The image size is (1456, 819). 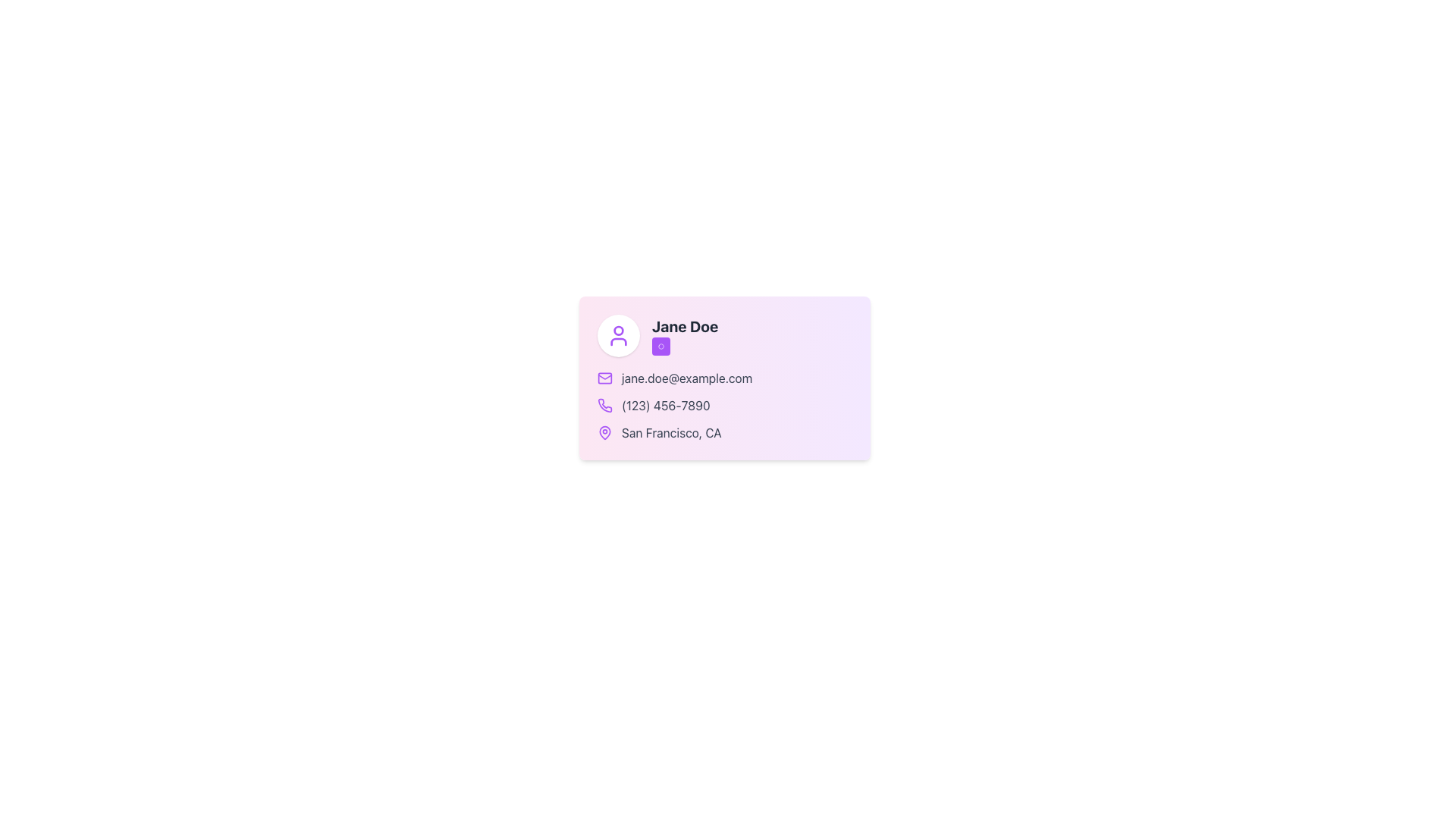 I want to click on the decorative graphic representing the flap of an envelope in the email icon, which is positioned below the profile name on the left side of the card, so click(x=604, y=376).